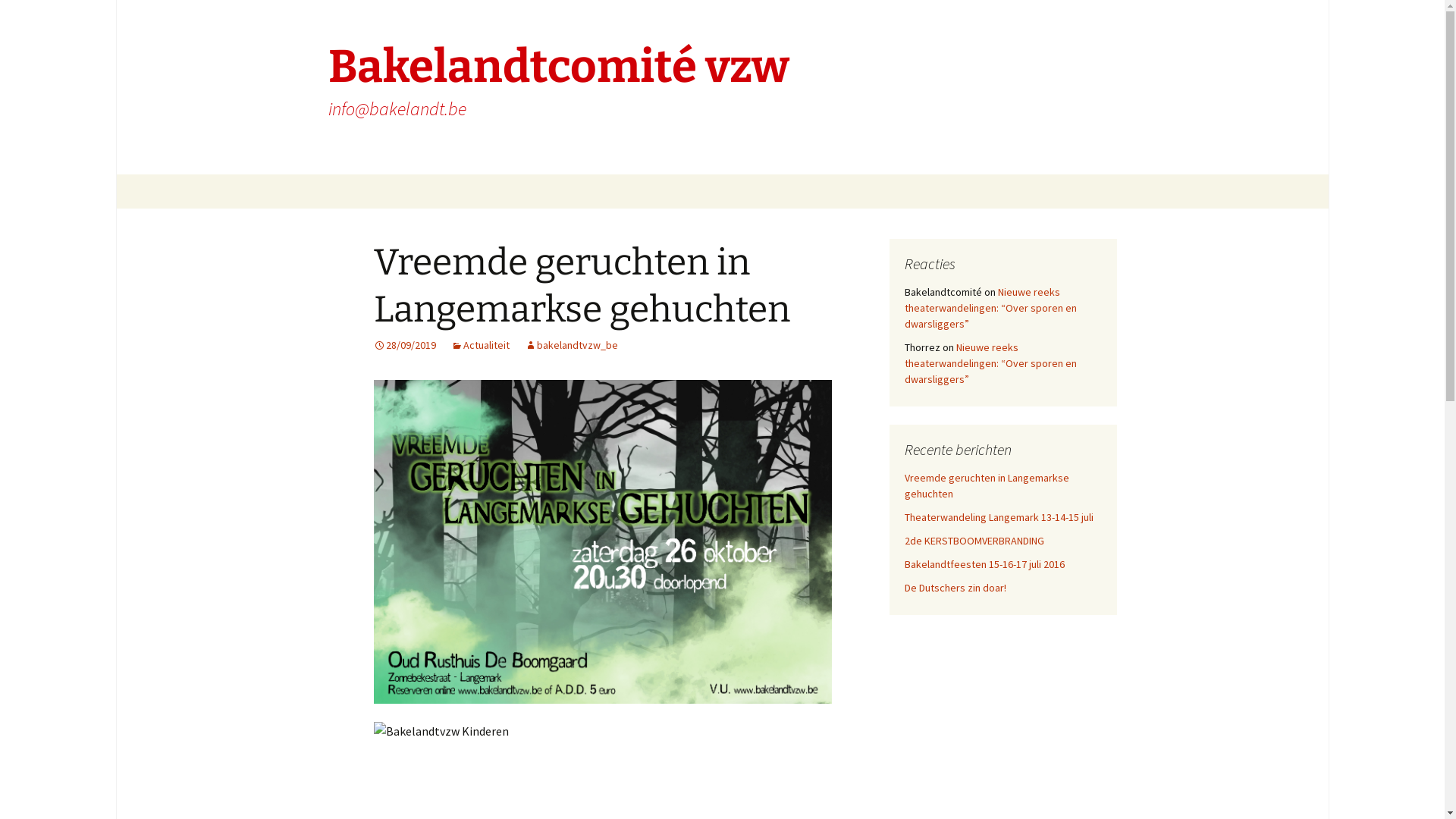  I want to click on 'bakelandtvzw_be', so click(524, 345).